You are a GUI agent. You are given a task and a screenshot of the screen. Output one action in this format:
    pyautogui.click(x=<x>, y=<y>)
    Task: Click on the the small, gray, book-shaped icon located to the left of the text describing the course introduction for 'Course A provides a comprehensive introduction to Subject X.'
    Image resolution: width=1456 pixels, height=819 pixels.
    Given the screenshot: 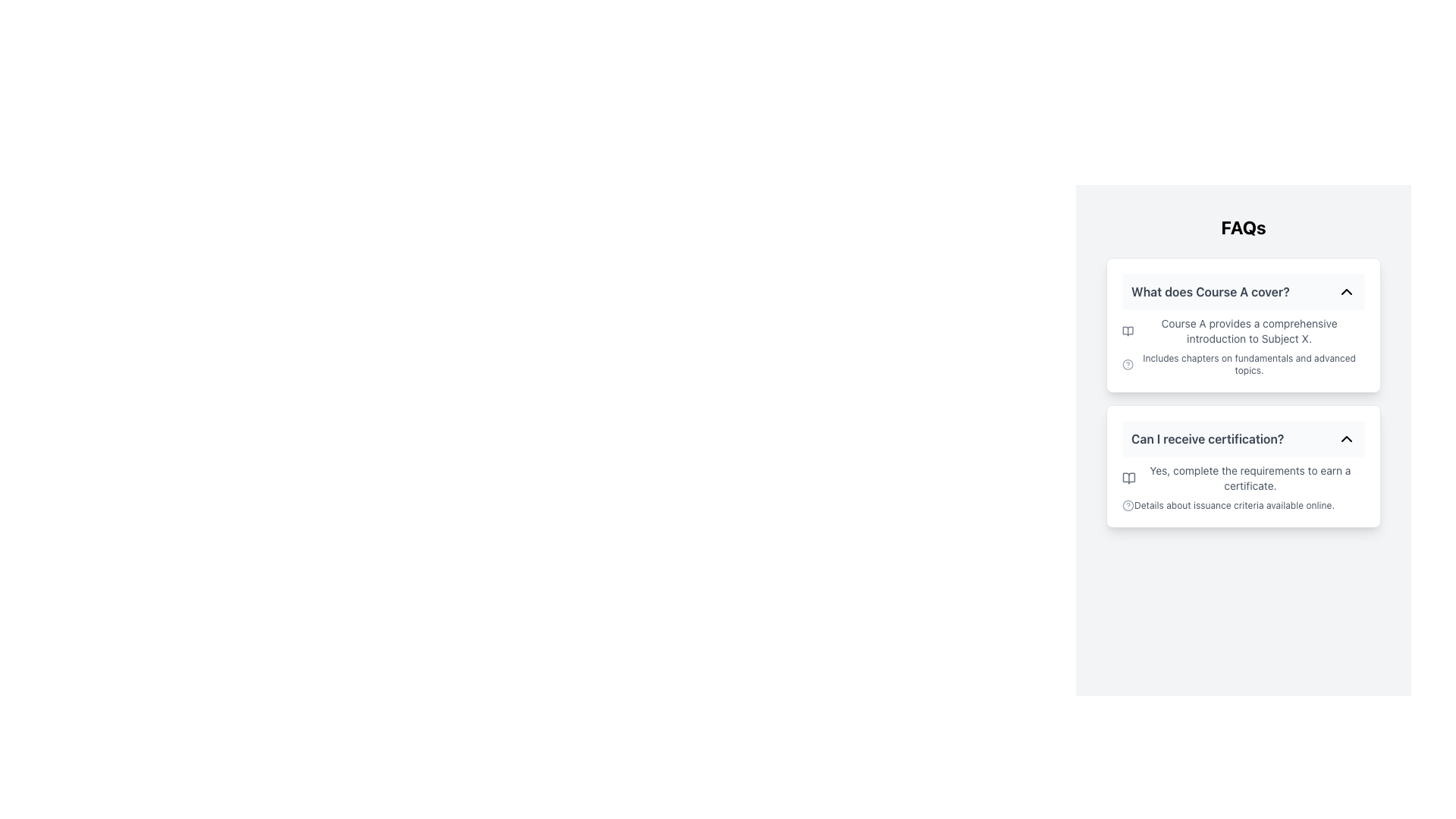 What is the action you would take?
    pyautogui.click(x=1128, y=330)
    